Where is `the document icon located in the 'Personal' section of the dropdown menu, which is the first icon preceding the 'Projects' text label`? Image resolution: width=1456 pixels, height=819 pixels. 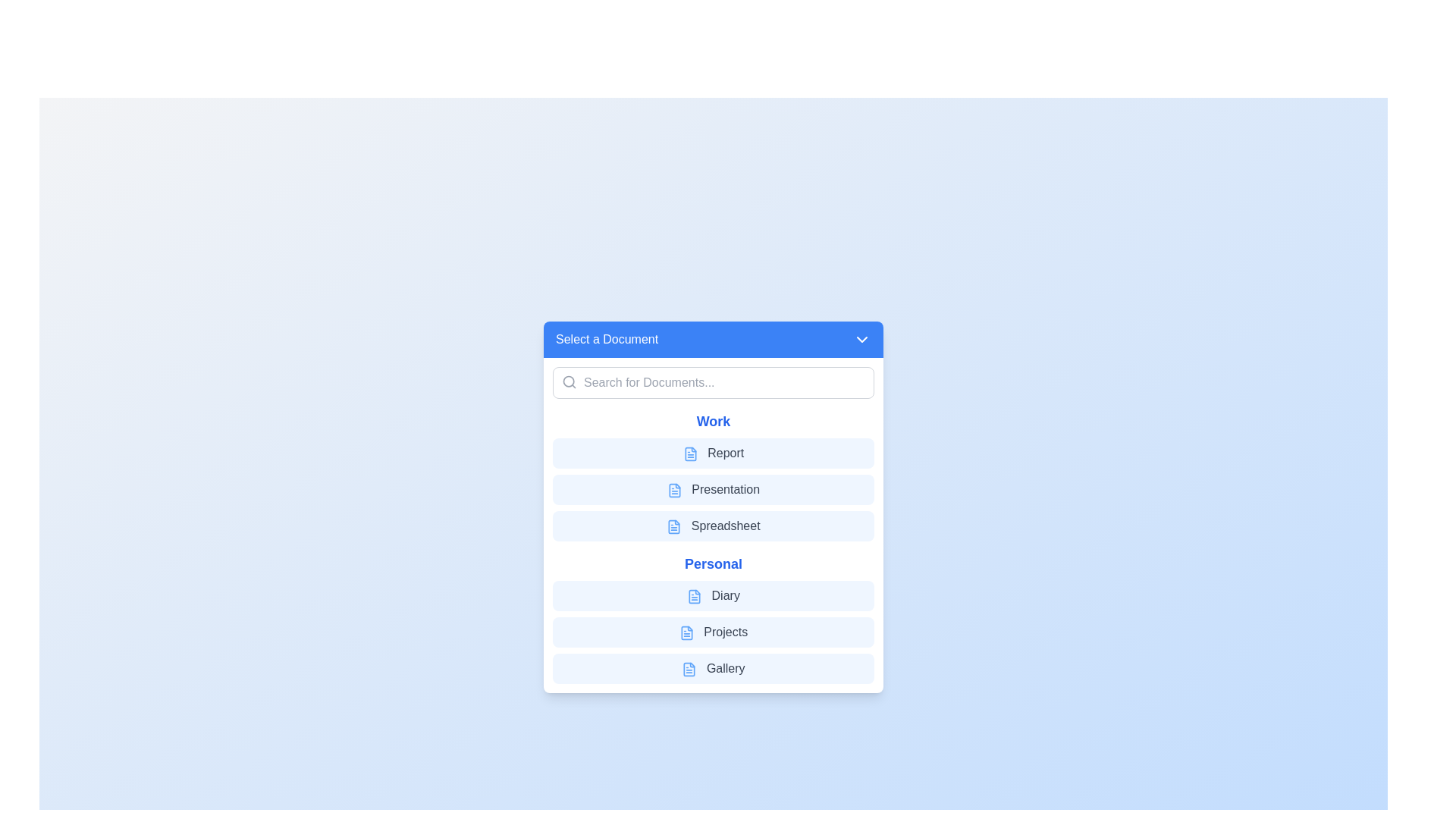 the document icon located in the 'Personal' section of the dropdown menu, which is the first icon preceding the 'Projects' text label is located at coordinates (686, 632).